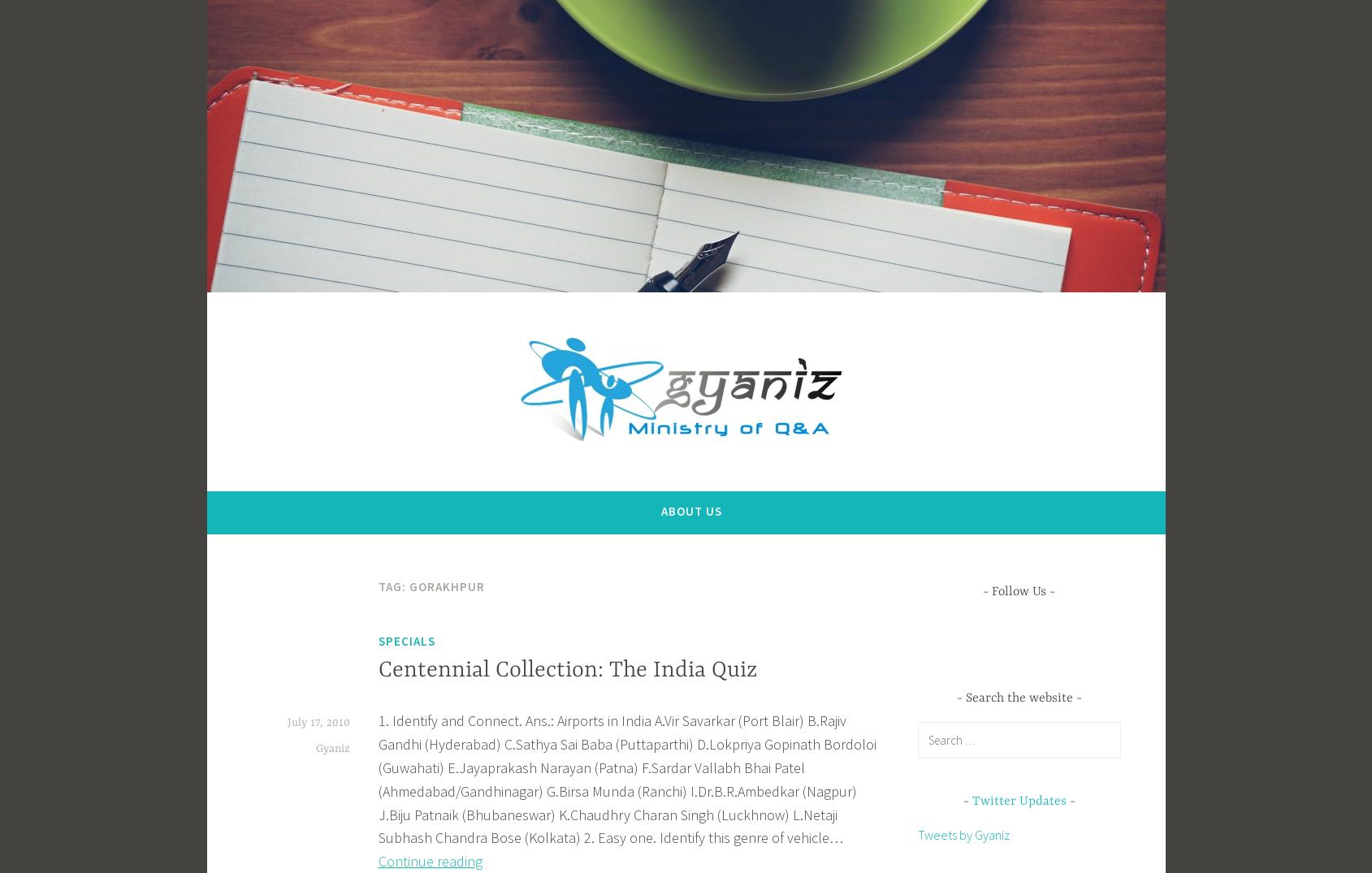 The image size is (1372, 873). What do you see at coordinates (376, 779) in the screenshot?
I see `'1. Identify and Connect. Ans.: Airports in India A.Vir Savarkar (Port Blair) B.Rajiv Gandhi (Hyderabad) C.Sathya Sai Baba (Puttaparthi) D.Lokpriya Gopinath Bordoloi (Guwahati) E.Jayaprakash Narayan (Patna) F.Sardar Vallabh Bhai Patel (Ahmedabad/Gandhinagar) G.Birsa Munda (Ranchi) I.Dr.B.R.Ambedkar (Nagpur) J.Biju Patnaik (Bhubaneswar) K.Chaudhry Charan Singh (Luckhnow) L.Netaji Subhash Chandra Bose (Kolkata) 2. Easy one. Identify this genre of vehicle…'` at bounding box center [376, 779].